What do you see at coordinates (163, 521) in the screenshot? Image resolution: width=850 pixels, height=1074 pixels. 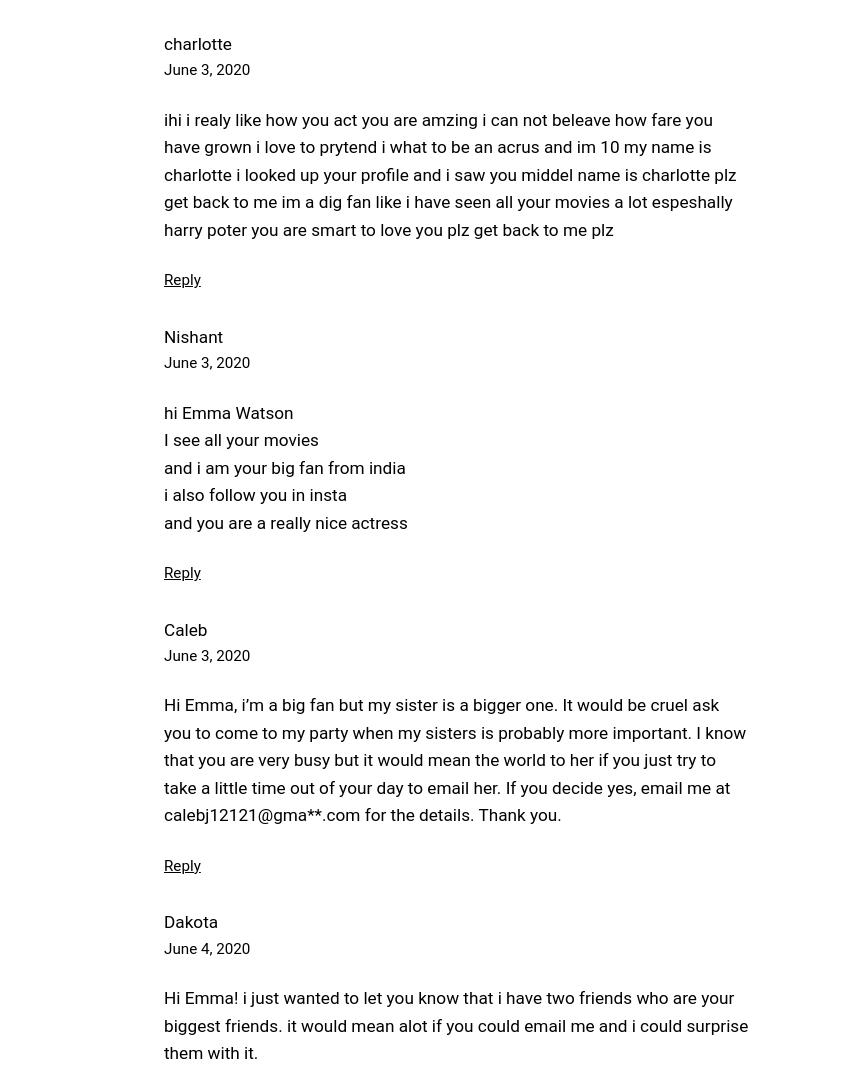 I see `'and you are a really nice actress'` at bounding box center [163, 521].